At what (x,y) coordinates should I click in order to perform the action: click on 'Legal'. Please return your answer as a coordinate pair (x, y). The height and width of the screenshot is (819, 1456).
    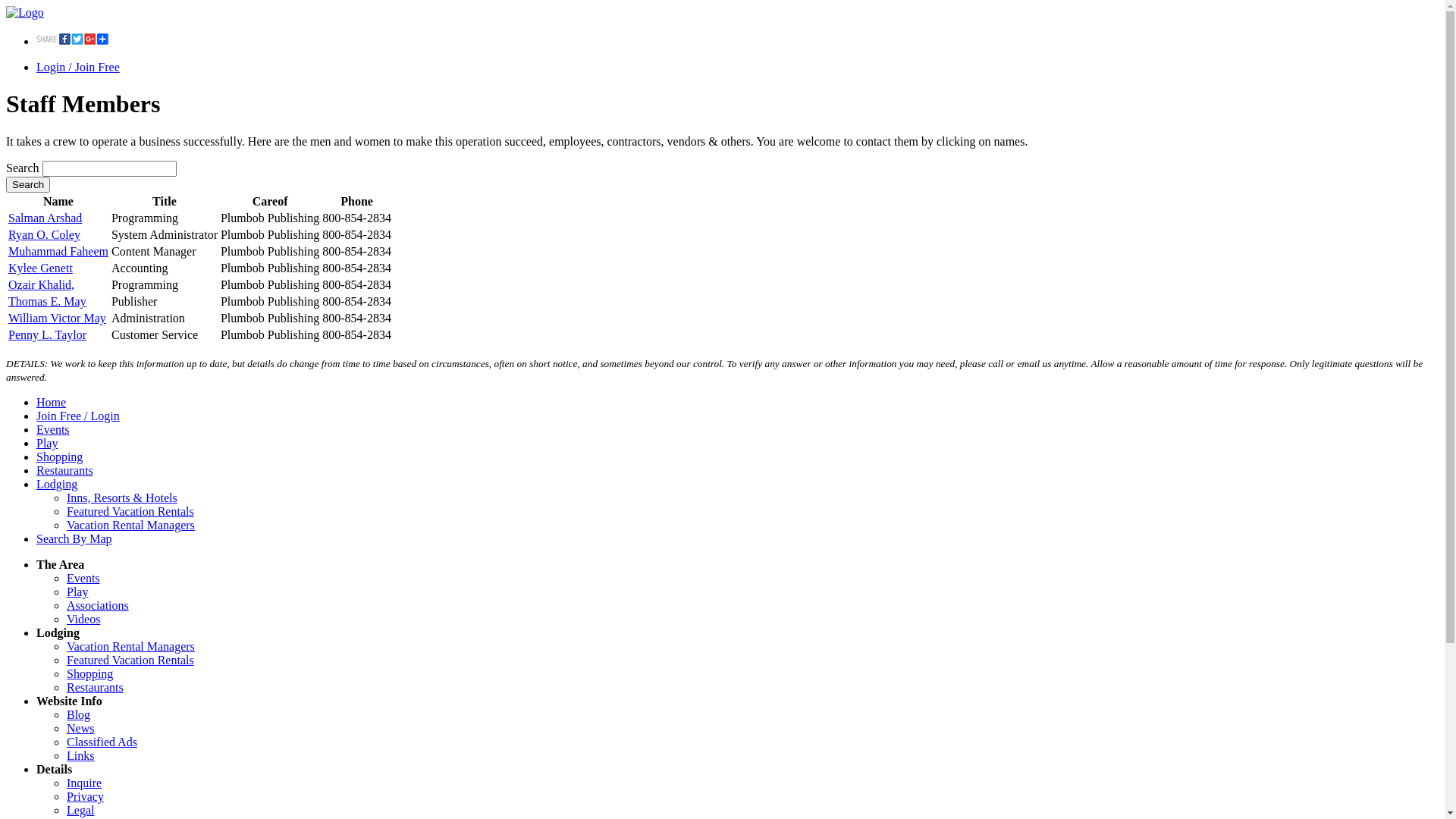
    Looking at the image, I should click on (79, 809).